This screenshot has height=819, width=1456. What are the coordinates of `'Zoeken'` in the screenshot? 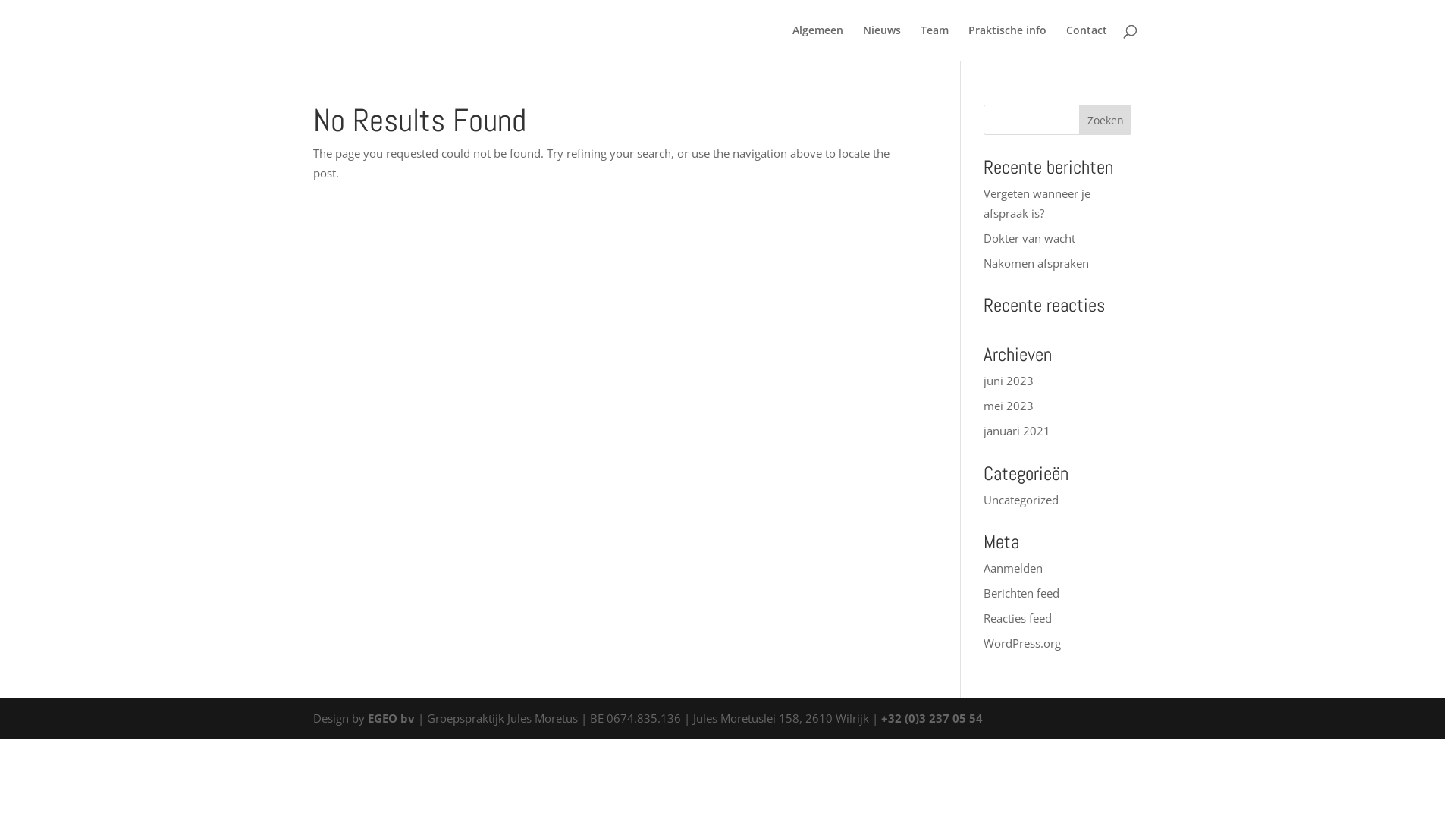 It's located at (1078, 119).